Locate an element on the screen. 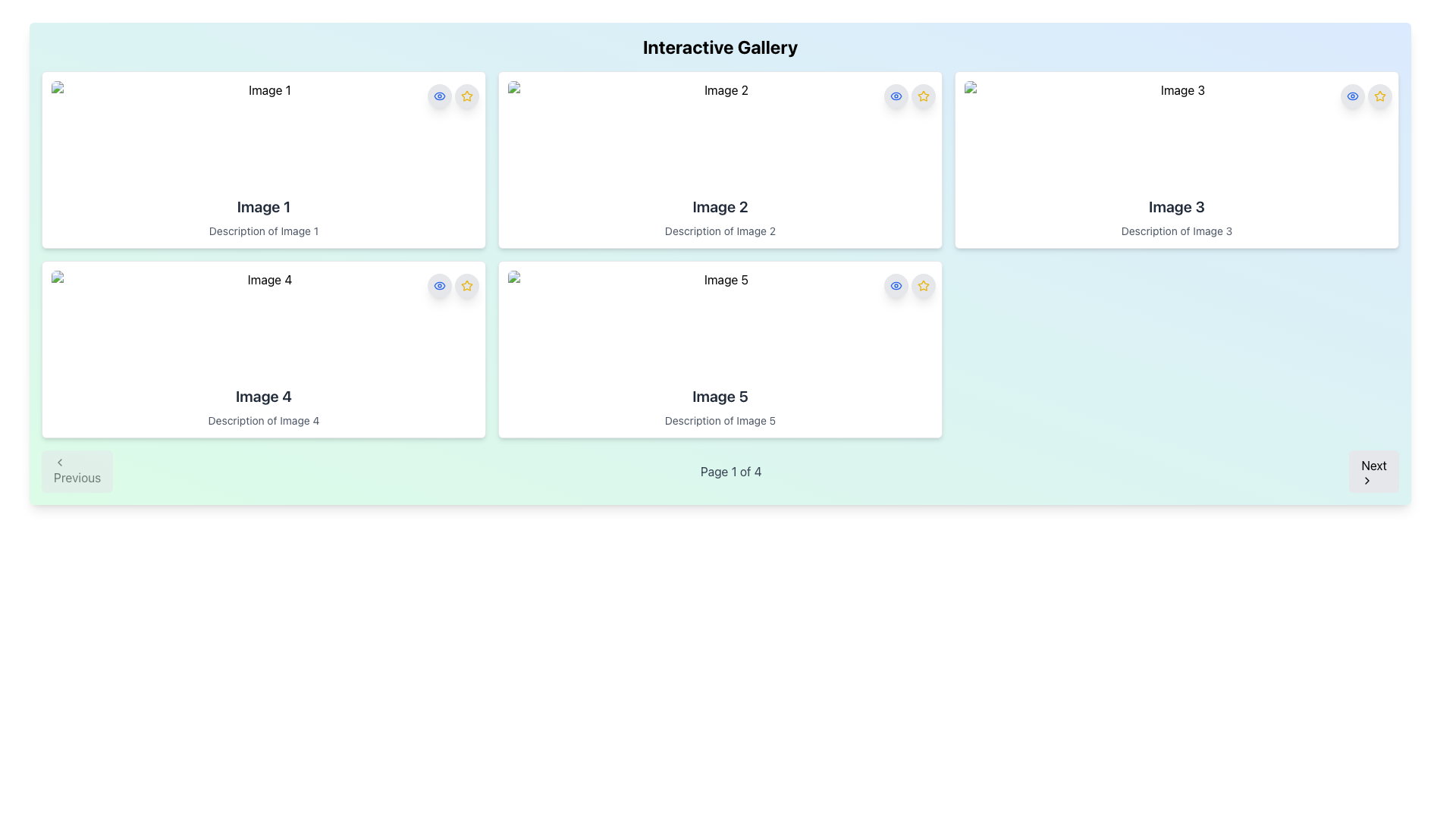  the circular button with a gray background and a yellow star icon located at the top-right corner of the card labeled 'Image 1' to change its background color is located at coordinates (466, 96).